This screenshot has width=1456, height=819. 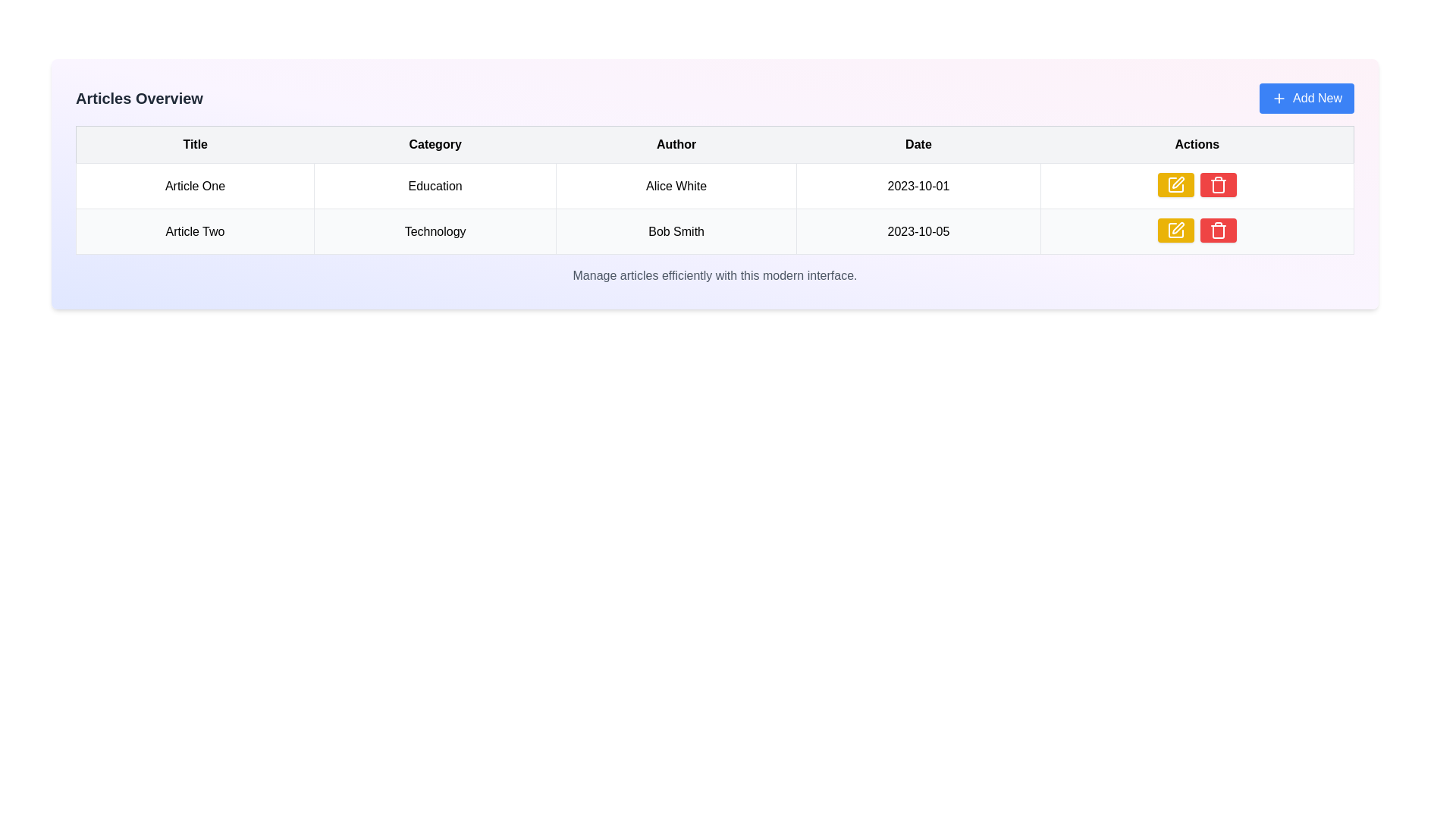 I want to click on the 'Add New Item' button located in the upper right corner of the 'Articles Overview' section for accessibility navigation, so click(x=1306, y=99).